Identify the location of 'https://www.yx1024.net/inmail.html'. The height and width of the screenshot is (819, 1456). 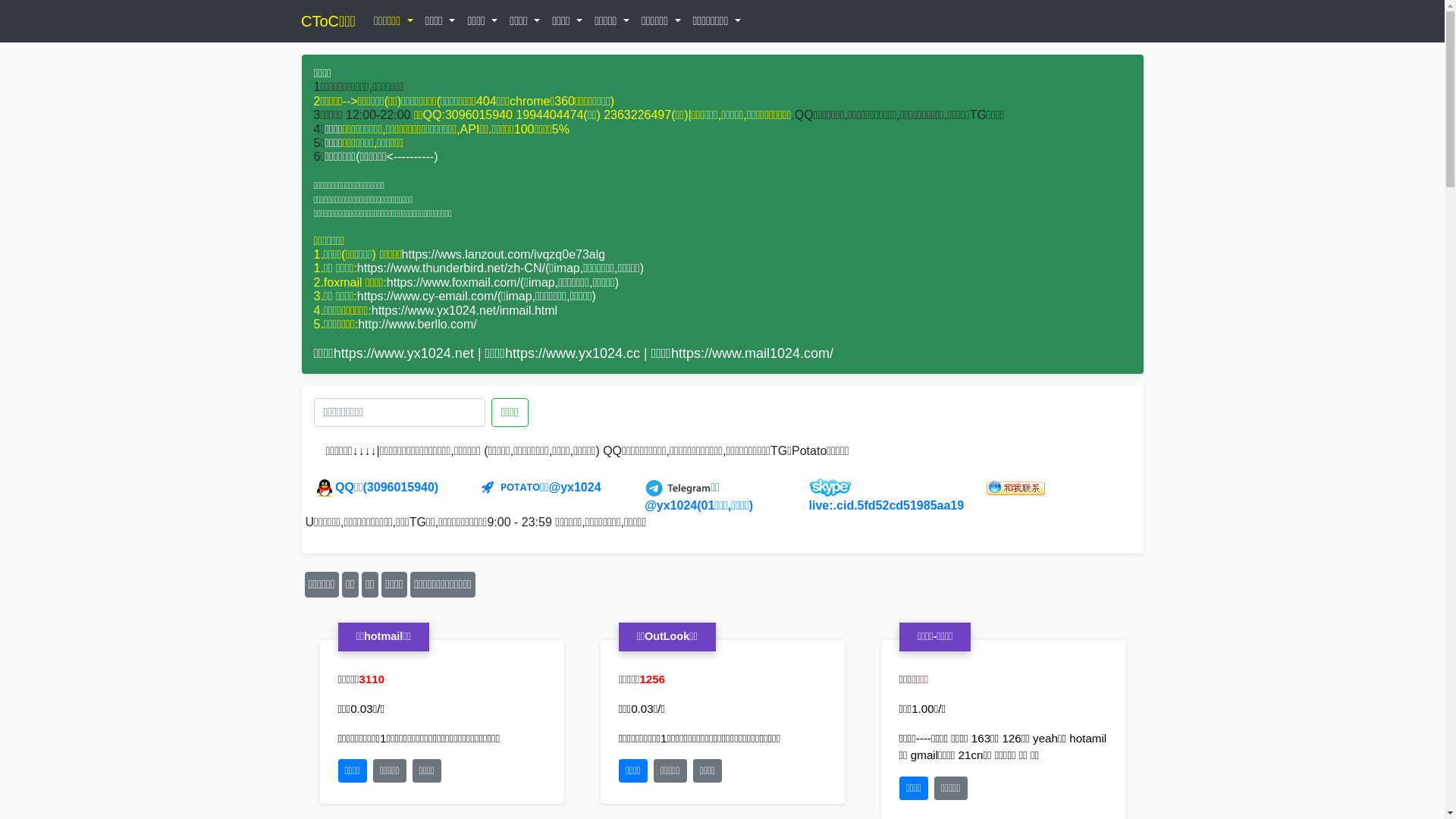
(463, 309).